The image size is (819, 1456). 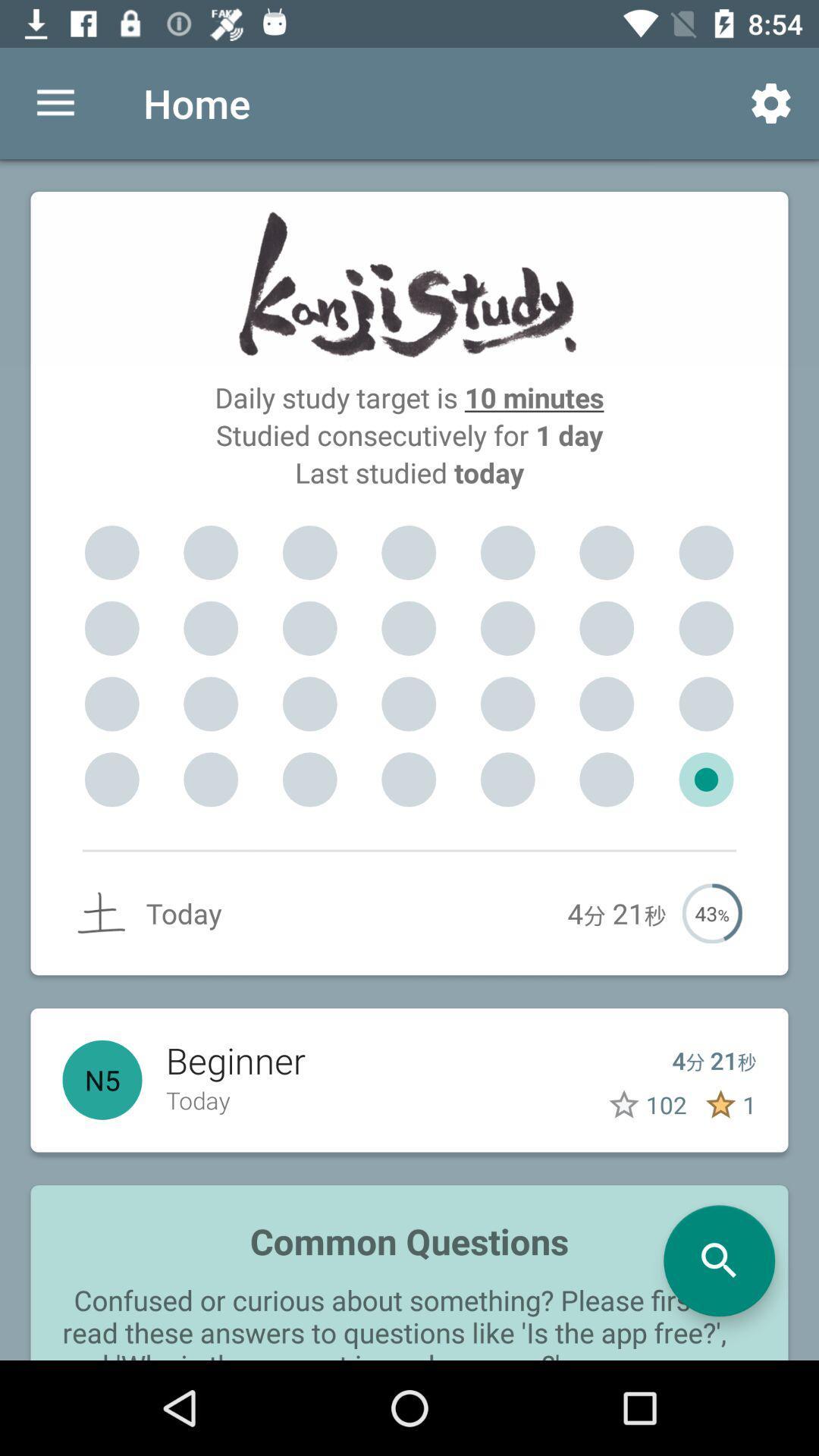 What do you see at coordinates (718, 1260) in the screenshot?
I see `start a search` at bounding box center [718, 1260].